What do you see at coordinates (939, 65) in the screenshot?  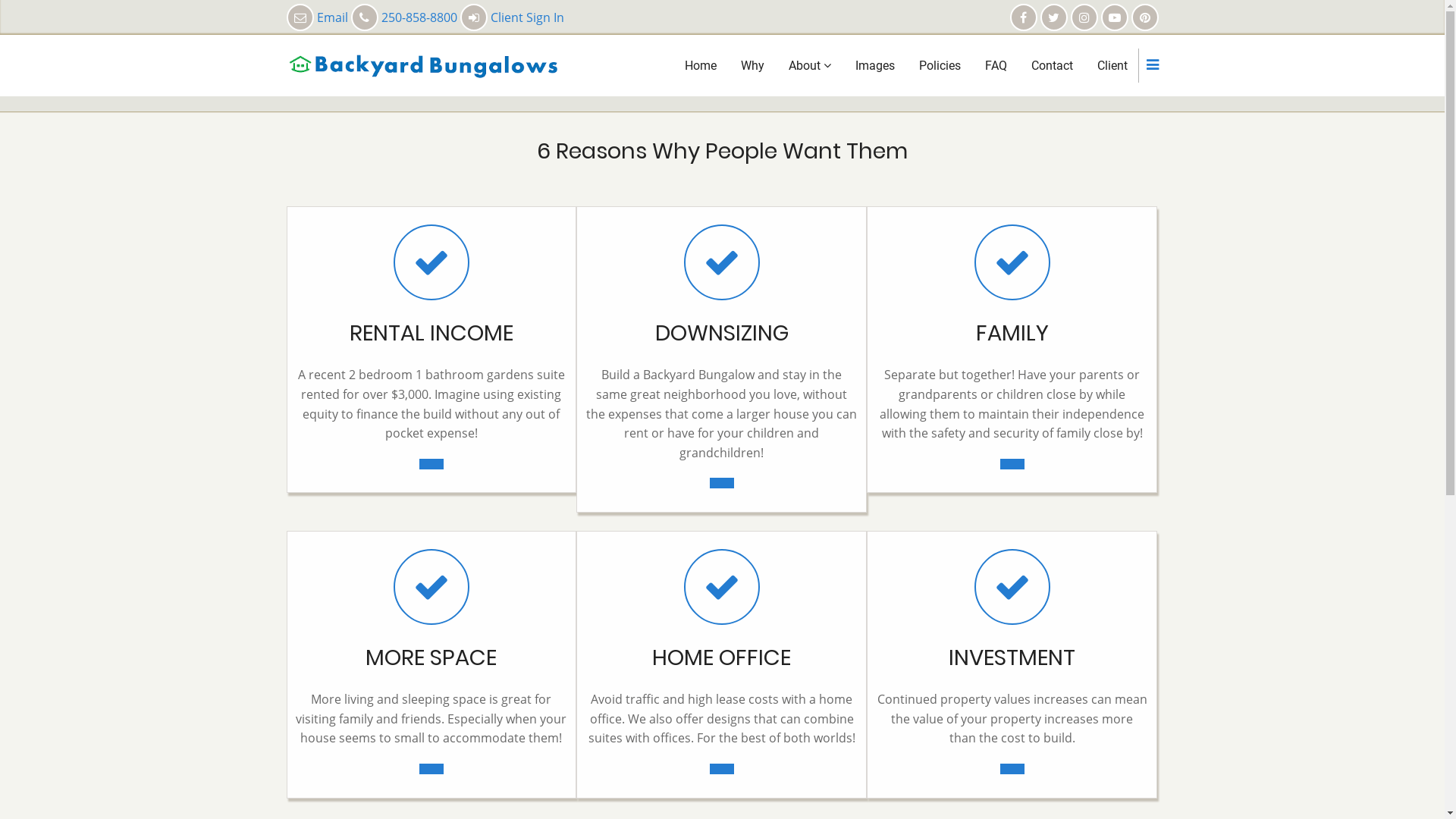 I see `'Policies'` at bounding box center [939, 65].